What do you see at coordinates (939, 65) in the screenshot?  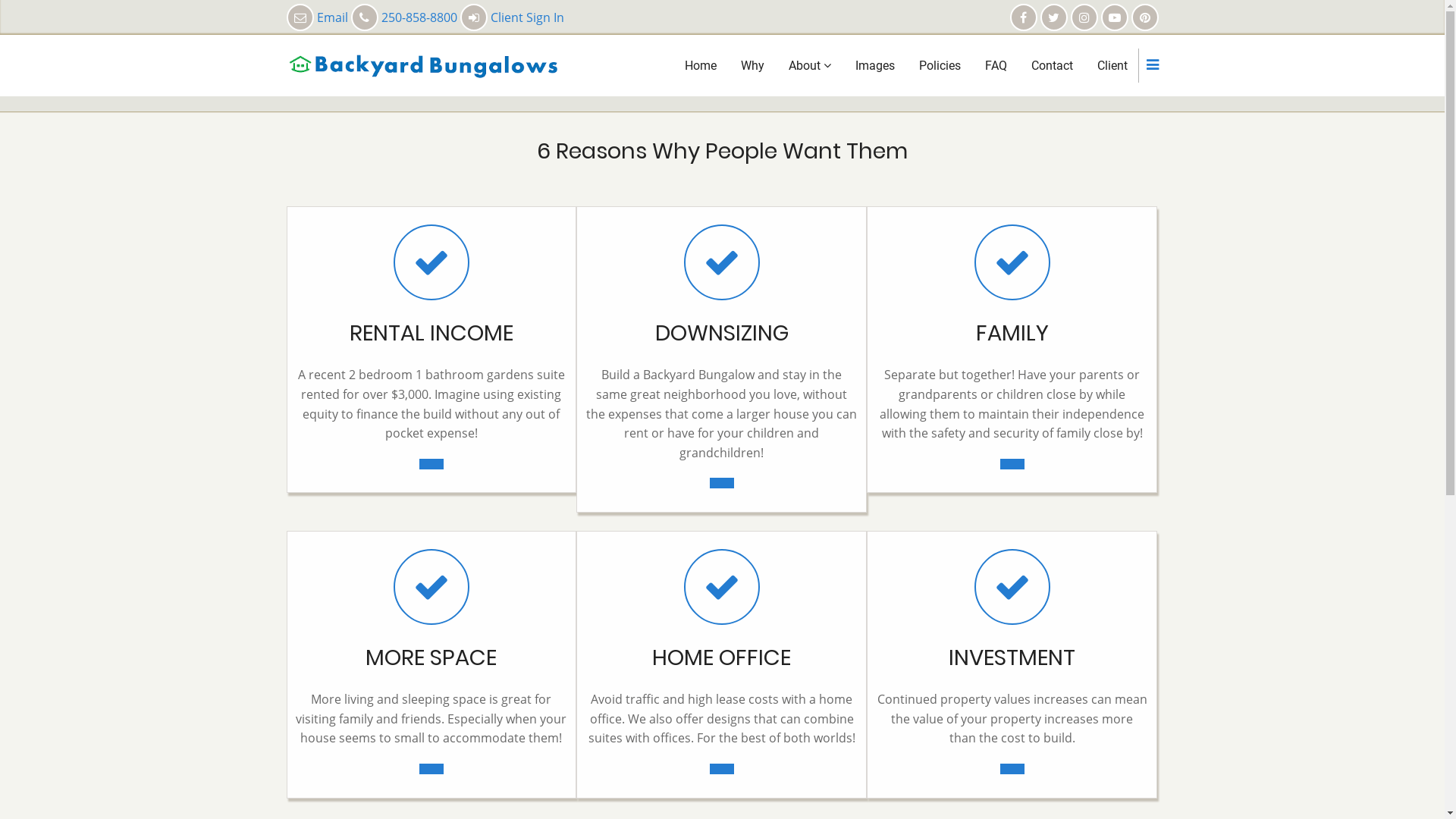 I see `'Policies'` at bounding box center [939, 65].